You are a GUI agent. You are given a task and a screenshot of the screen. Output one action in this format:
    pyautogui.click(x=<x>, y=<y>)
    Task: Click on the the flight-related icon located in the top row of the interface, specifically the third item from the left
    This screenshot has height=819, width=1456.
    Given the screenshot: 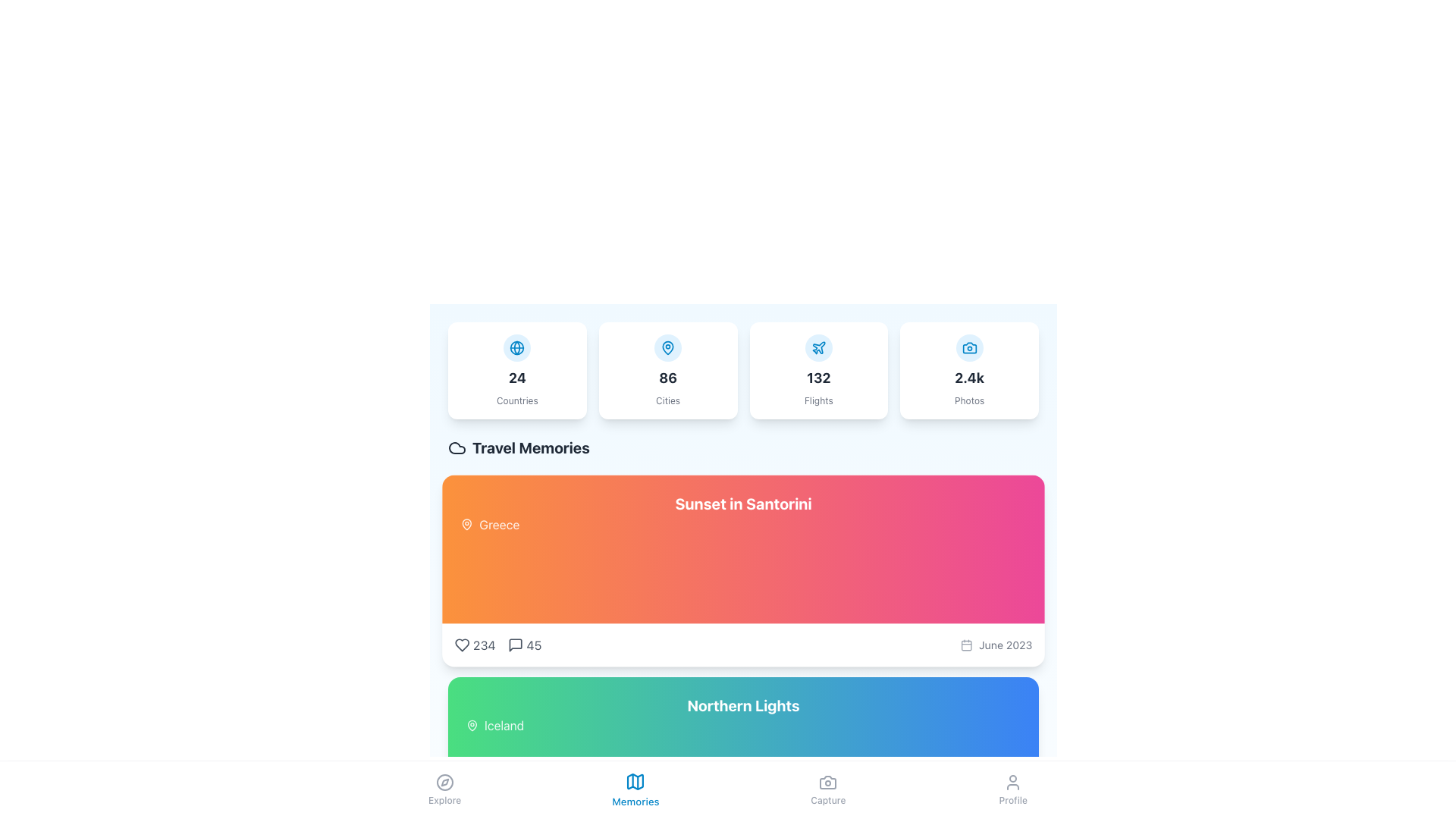 What is the action you would take?
    pyautogui.click(x=817, y=348)
    